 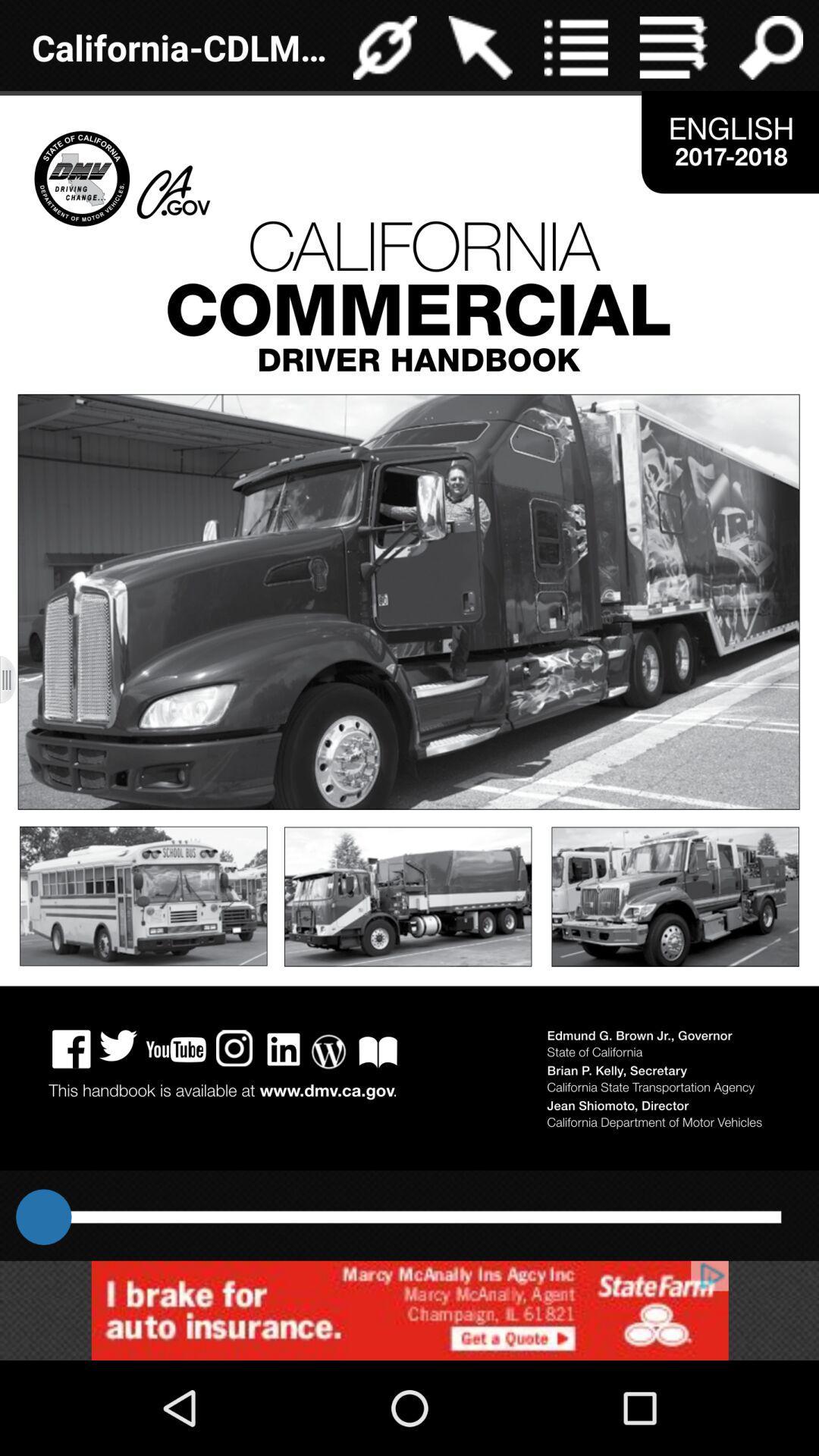 I want to click on the menu icon, so click(x=17, y=726).